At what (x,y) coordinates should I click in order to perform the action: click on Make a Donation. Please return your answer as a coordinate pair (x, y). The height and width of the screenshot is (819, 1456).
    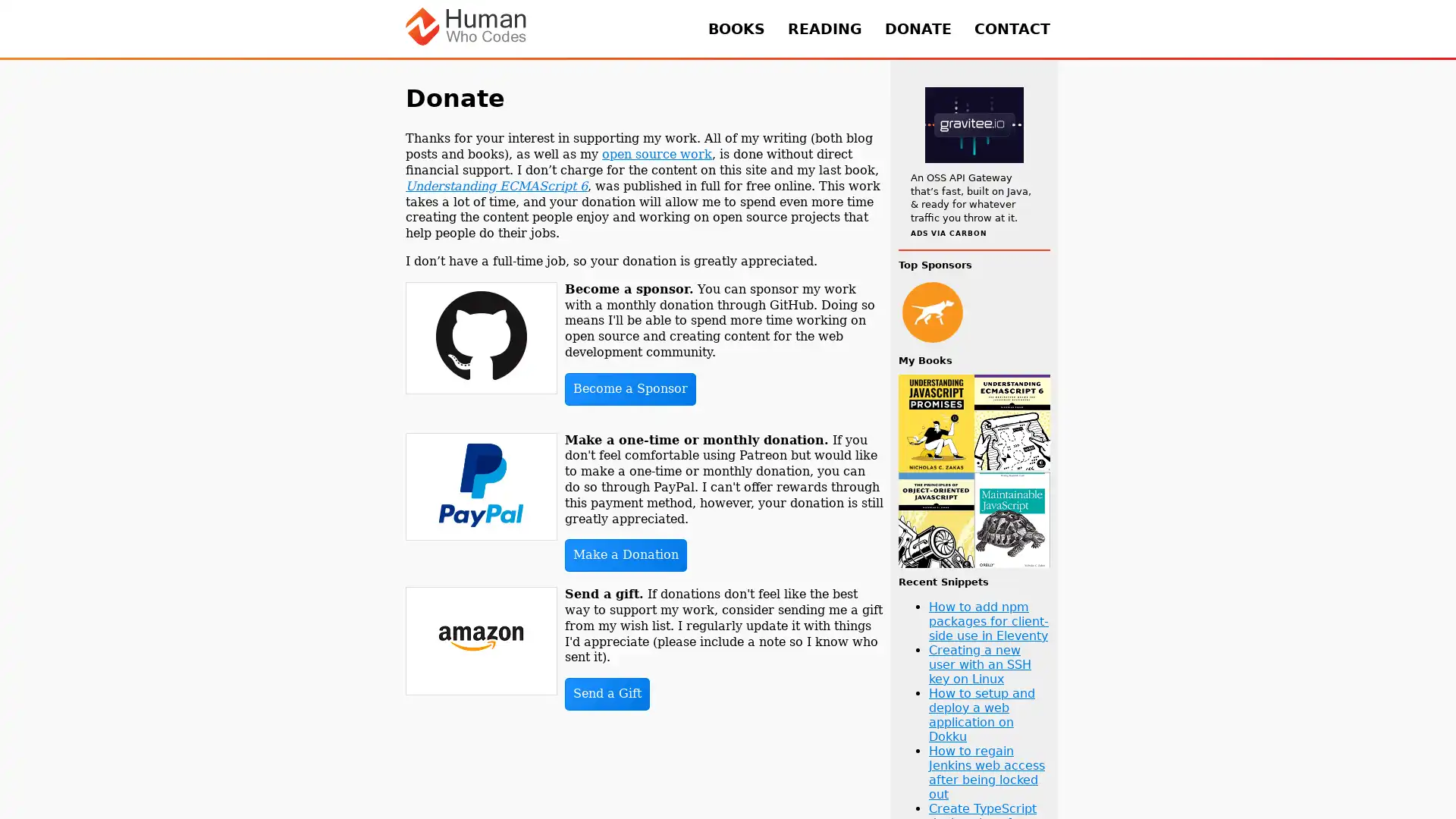
    Looking at the image, I should click on (626, 555).